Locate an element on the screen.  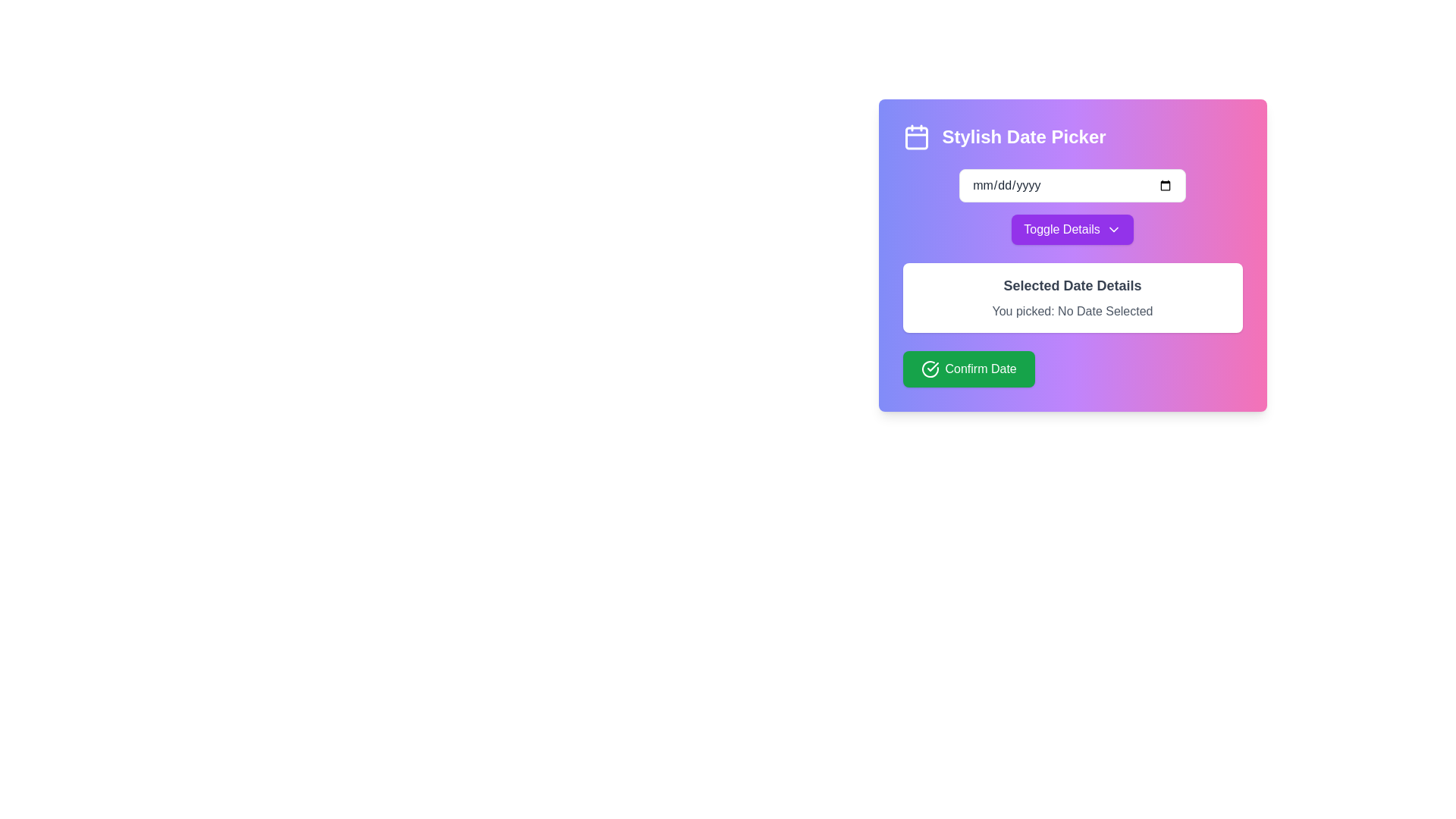
the informational text label that serves as a heading for the section detailing the selected date, positioned centrally above the text 'You picked: No Date Selected' is located at coordinates (1072, 286).